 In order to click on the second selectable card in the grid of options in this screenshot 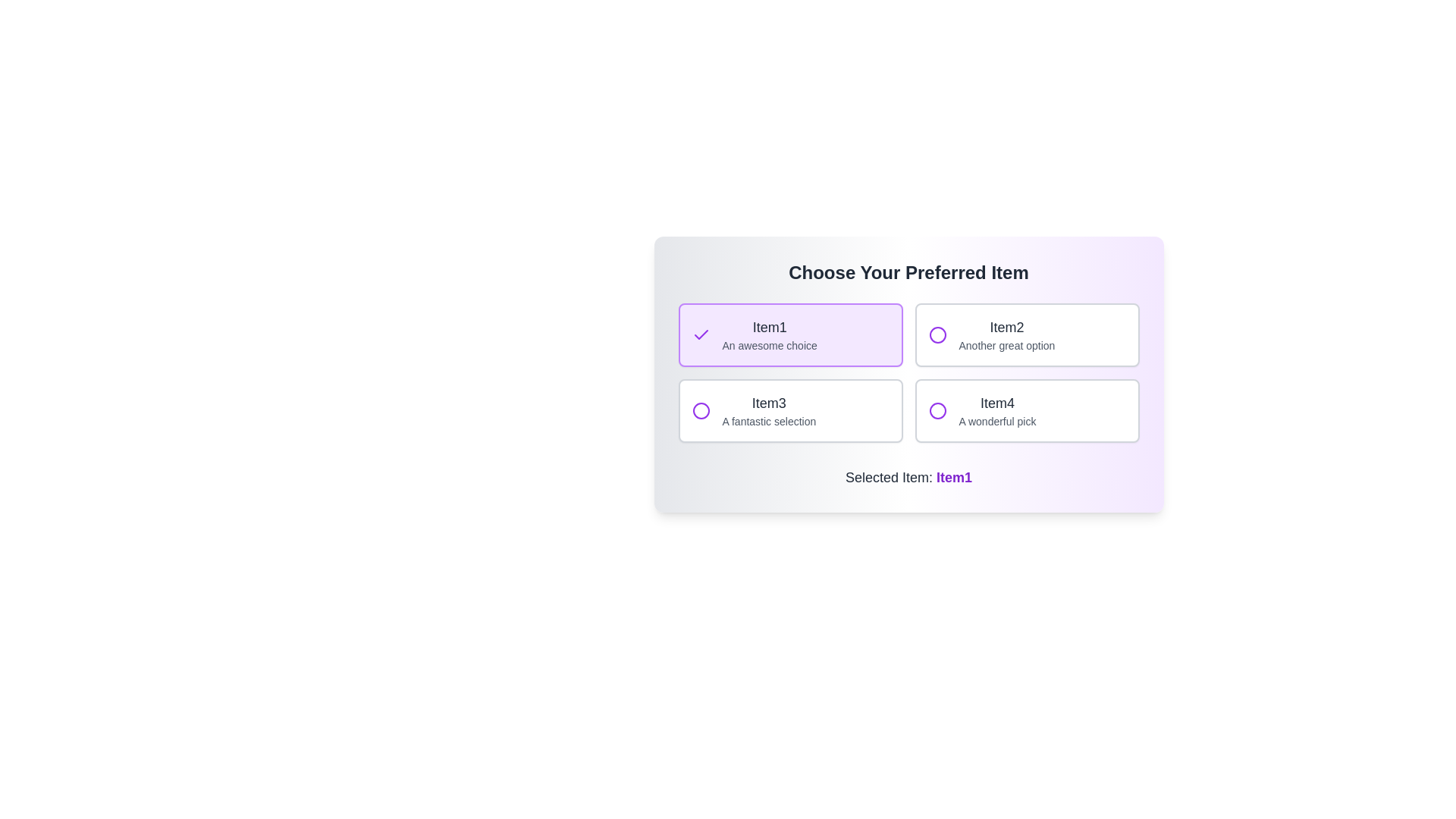, I will do `click(1006, 334)`.